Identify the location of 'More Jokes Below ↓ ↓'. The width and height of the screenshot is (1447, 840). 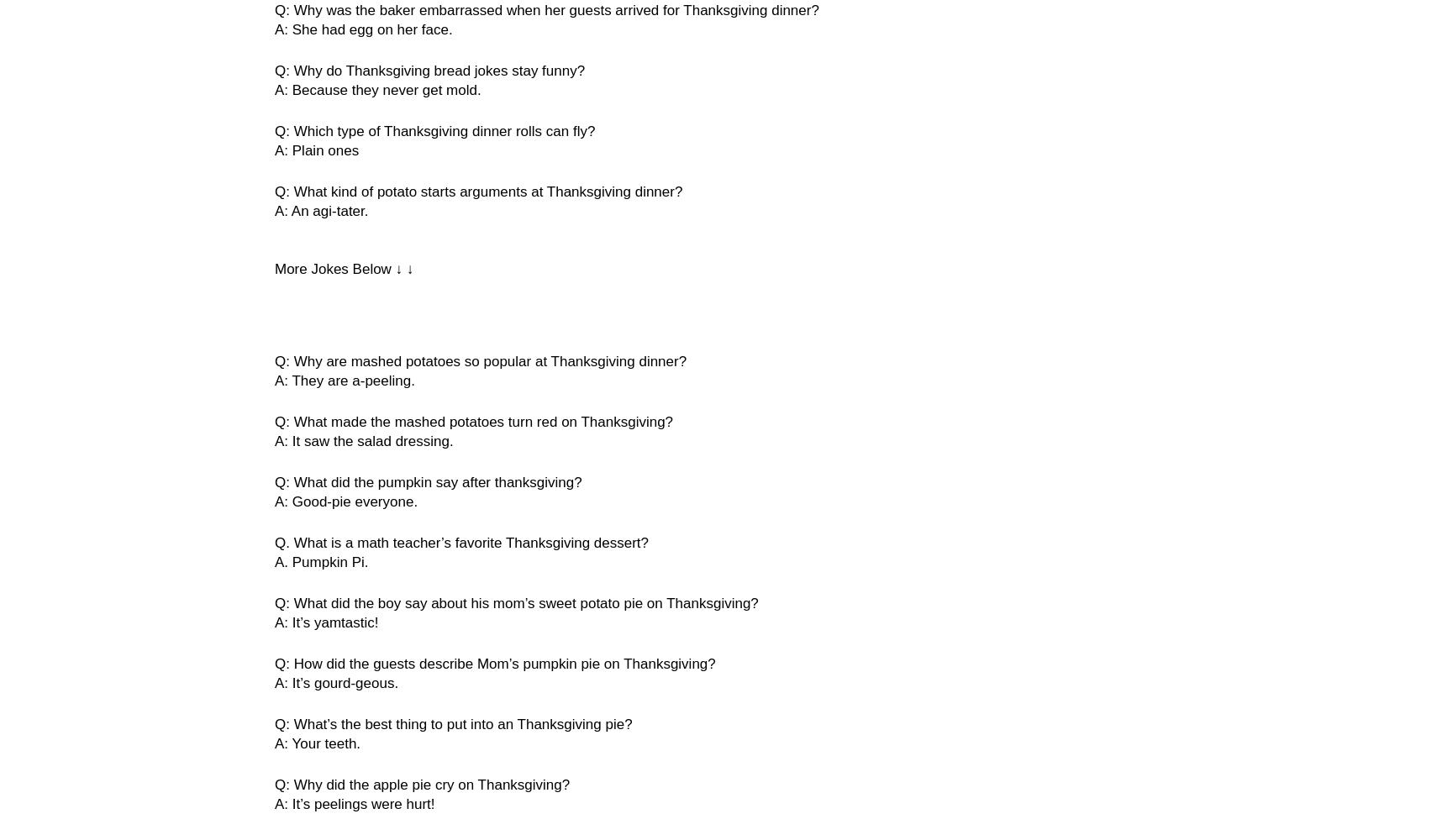
(274, 268).